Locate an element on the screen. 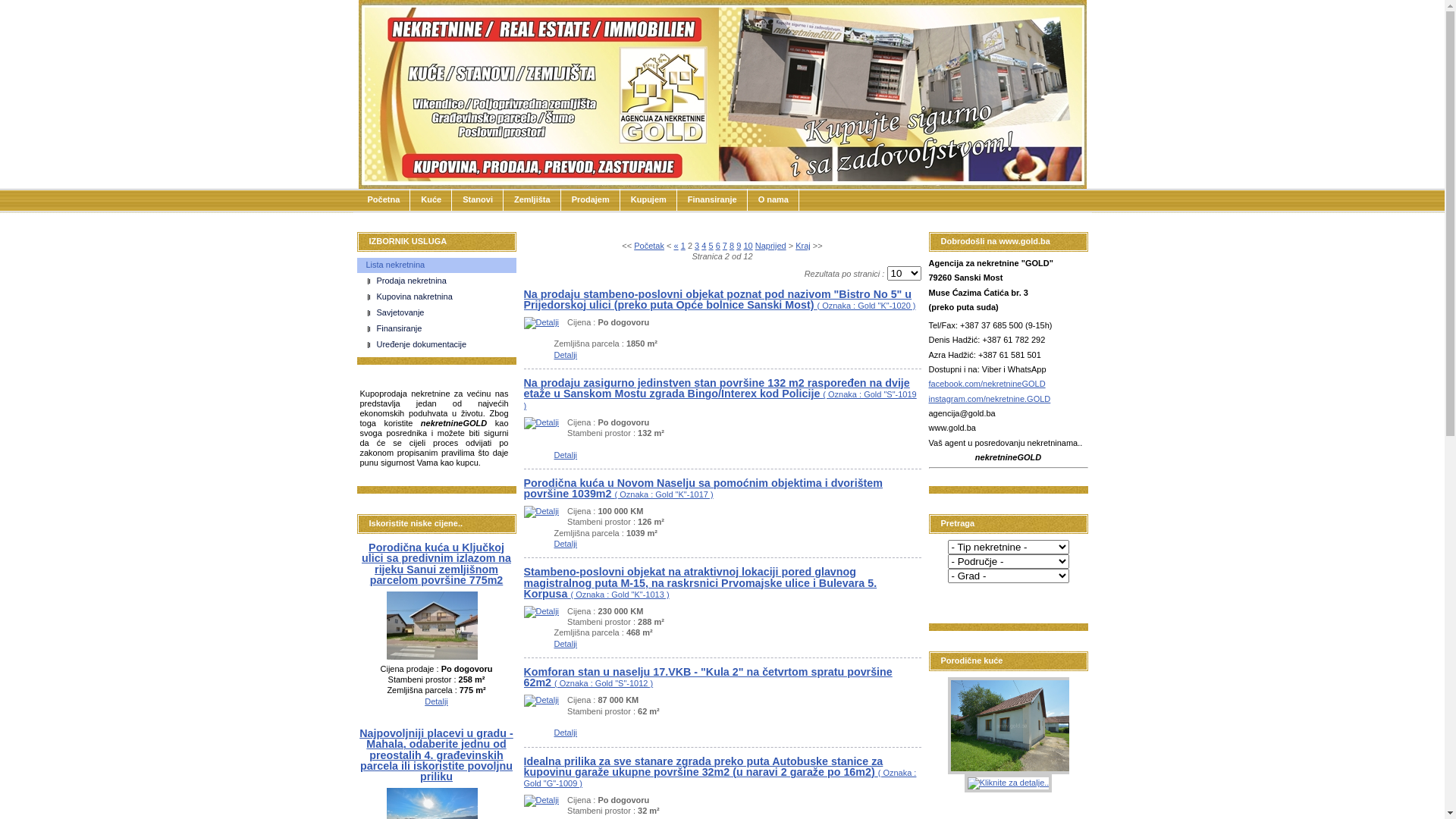 This screenshot has width=1456, height=819. 'Kliknite za detalje..' is located at coordinates (1012, 629).